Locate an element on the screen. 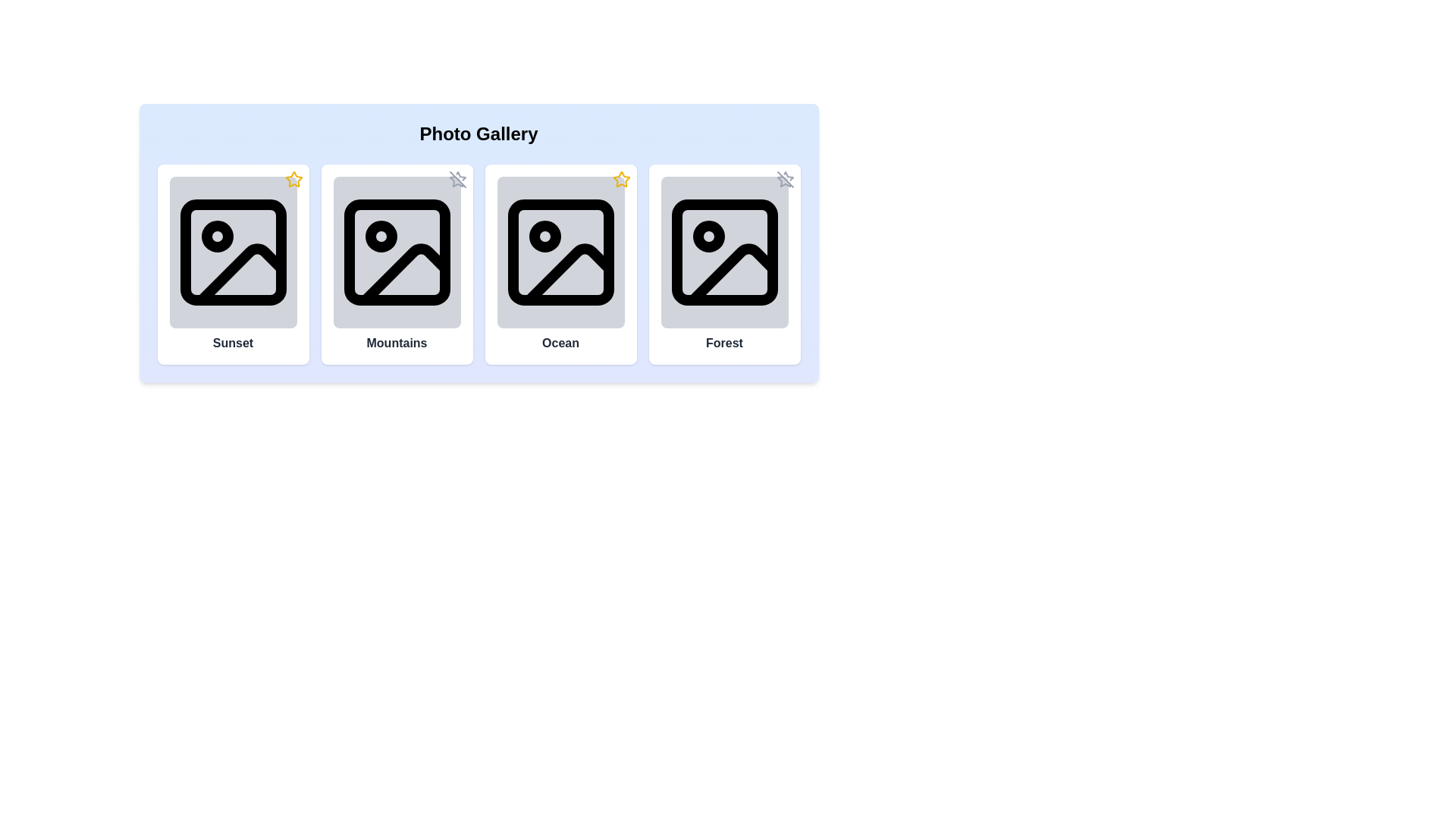 This screenshot has height=819, width=1456. the photo titled Forest to view and focus on it is located at coordinates (723, 251).